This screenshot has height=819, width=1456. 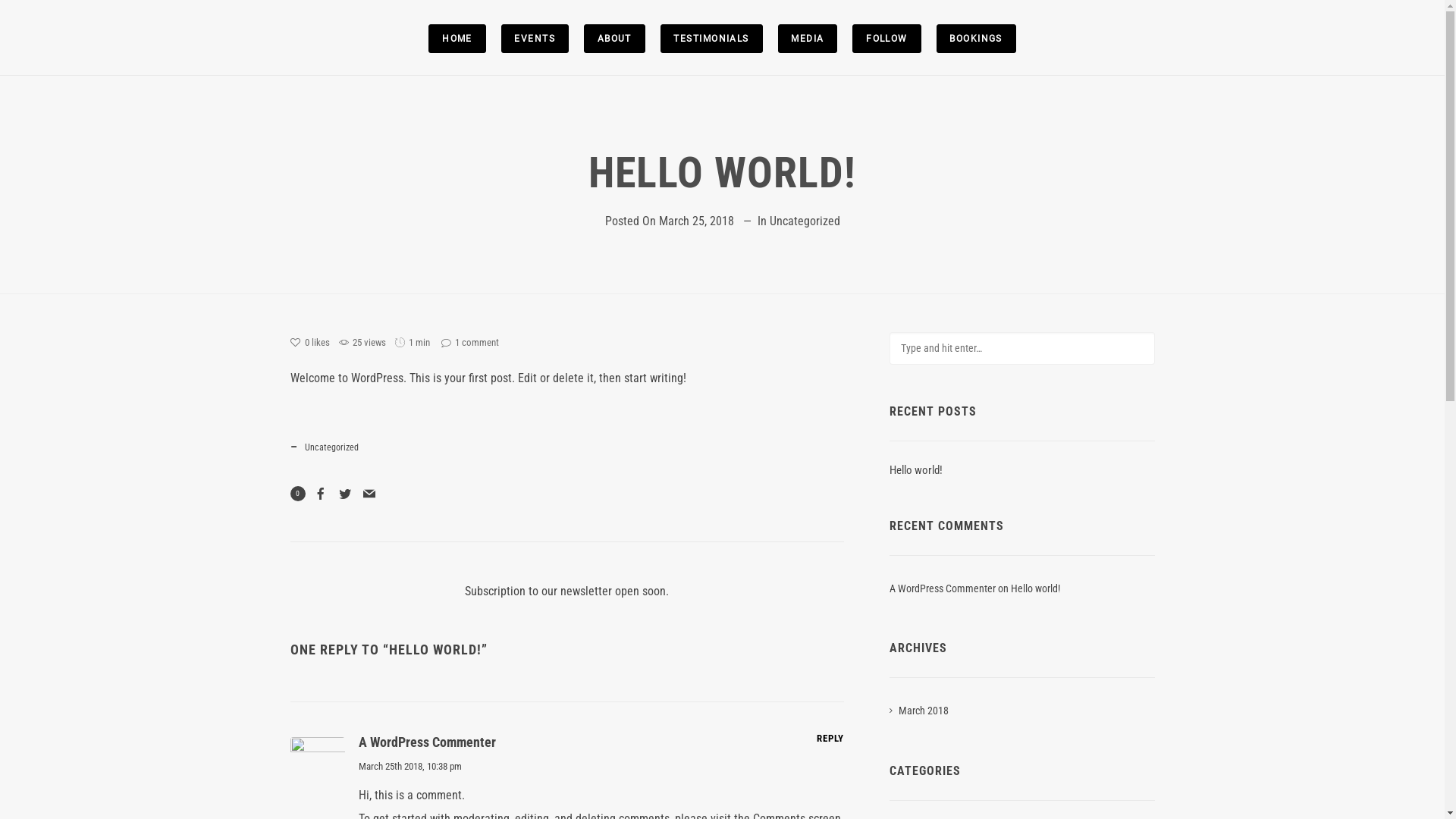 What do you see at coordinates (807, 37) in the screenshot?
I see `'MEDIA'` at bounding box center [807, 37].